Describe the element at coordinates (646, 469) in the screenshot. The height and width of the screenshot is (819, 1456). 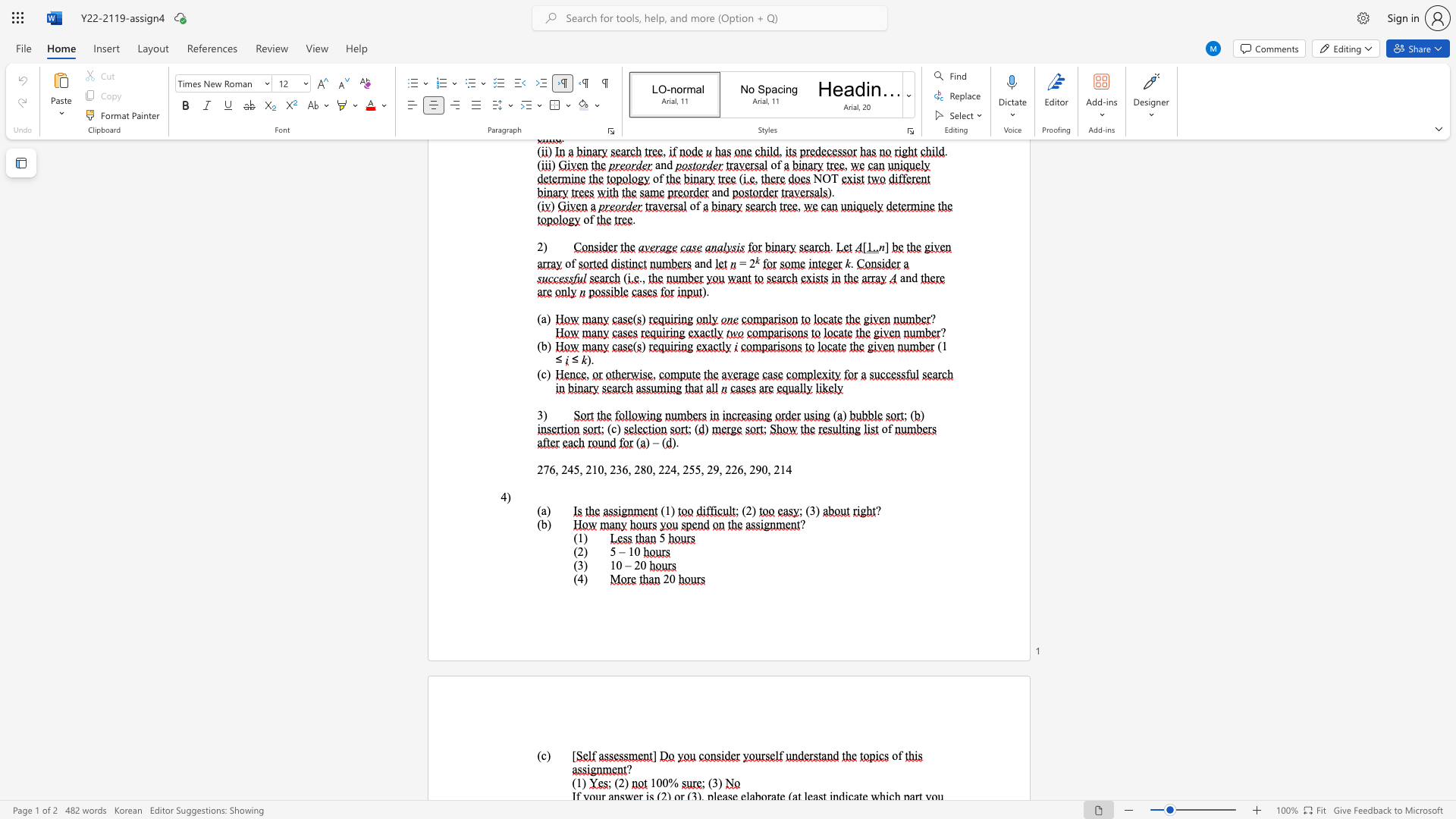
I see `the subset text "0, 224, 255, 29, 226" within the text "276, 245, 210, 236, 280, 224, 255, 29, 226, 290, 214"` at that location.